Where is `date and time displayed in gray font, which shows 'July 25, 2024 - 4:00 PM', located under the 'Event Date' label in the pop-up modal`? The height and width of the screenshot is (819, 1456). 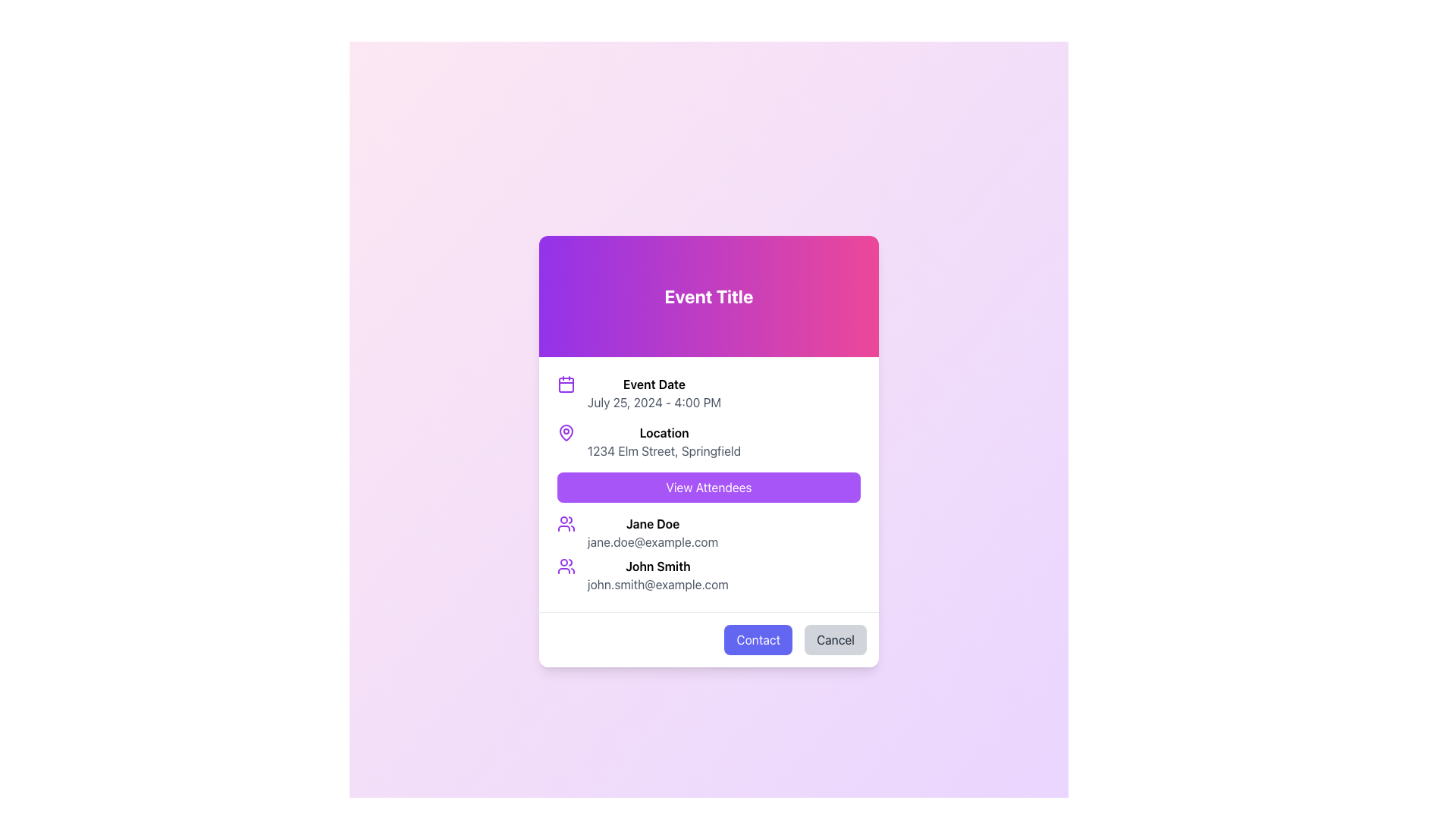 date and time displayed in gray font, which shows 'July 25, 2024 - 4:00 PM', located under the 'Event Date' label in the pop-up modal is located at coordinates (654, 401).